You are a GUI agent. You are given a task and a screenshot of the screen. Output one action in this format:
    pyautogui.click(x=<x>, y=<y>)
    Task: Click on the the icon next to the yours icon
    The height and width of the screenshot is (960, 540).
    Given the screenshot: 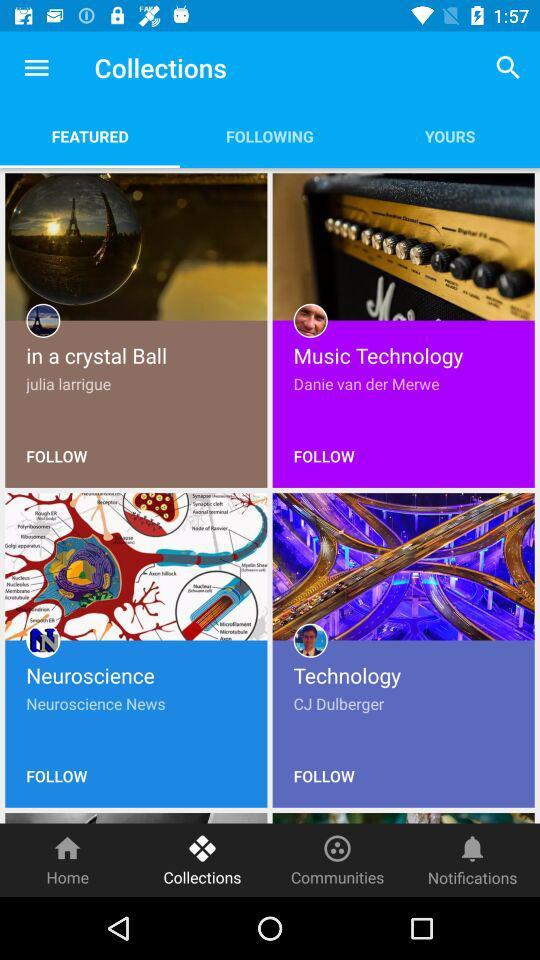 What is the action you would take?
    pyautogui.click(x=270, y=135)
    